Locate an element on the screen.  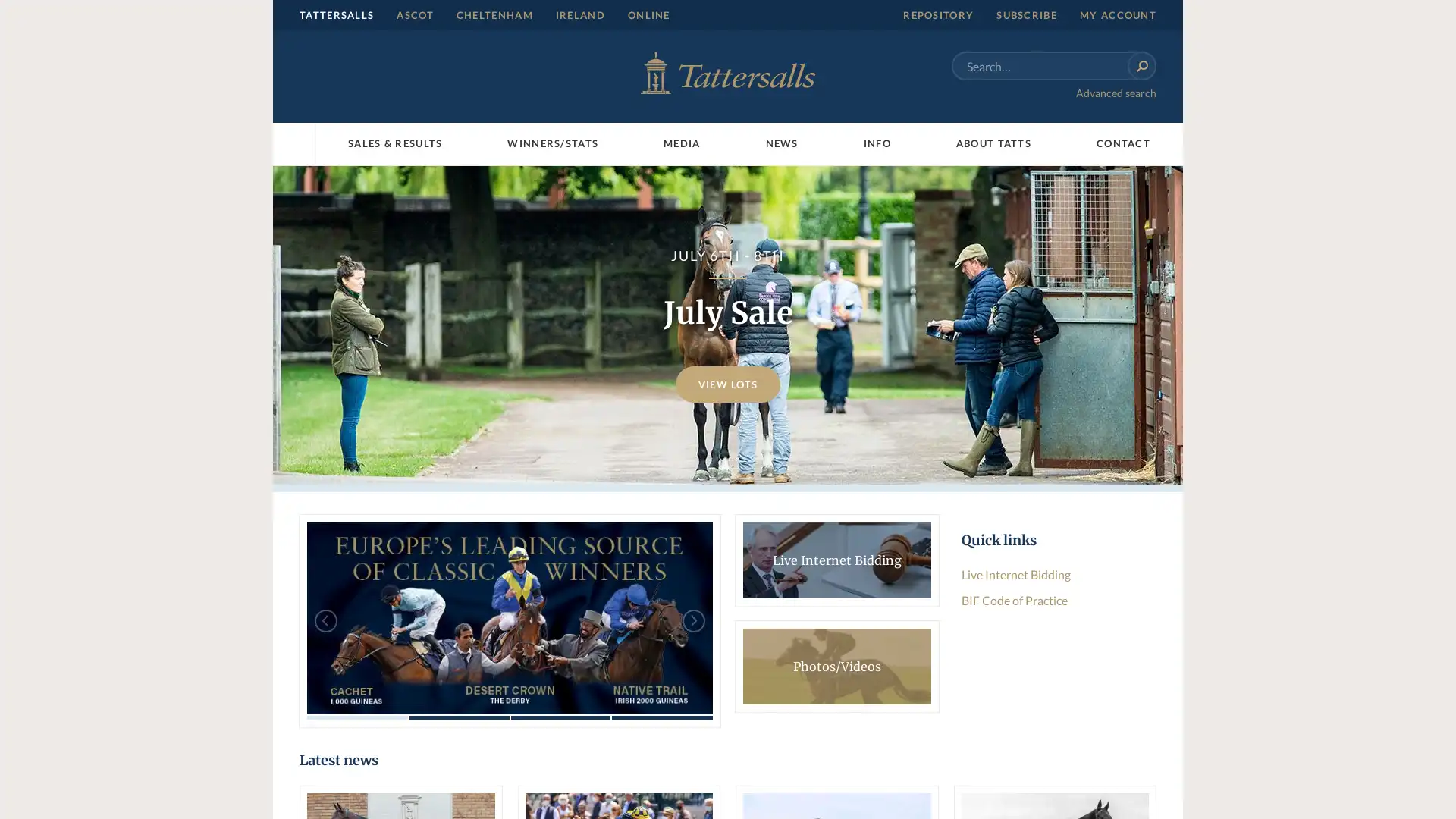
Next is located at coordinates (693, 620).